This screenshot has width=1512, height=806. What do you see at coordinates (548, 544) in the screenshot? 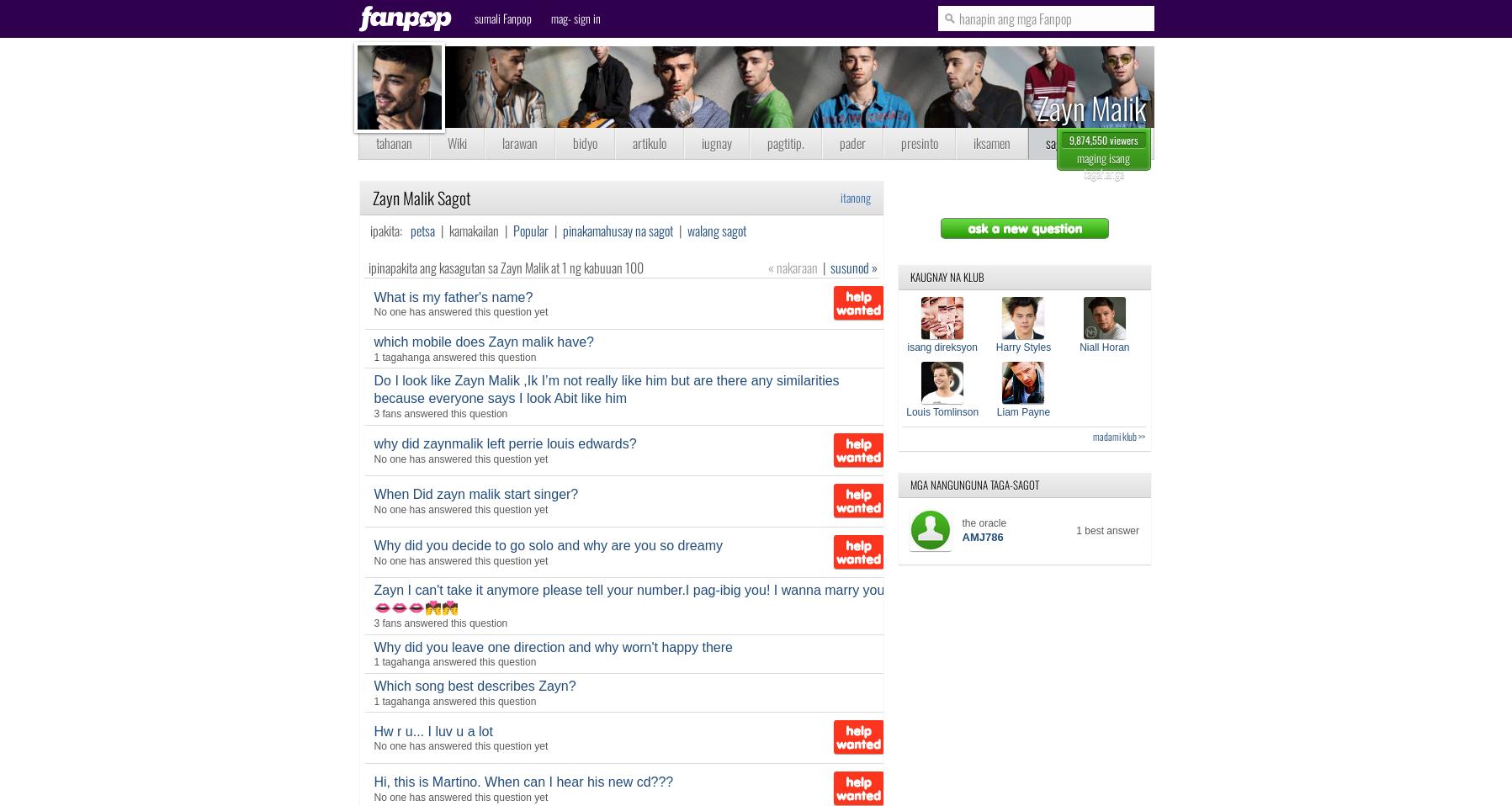
I see `'Why did you decide to go solo and why are you so dreamy'` at bounding box center [548, 544].